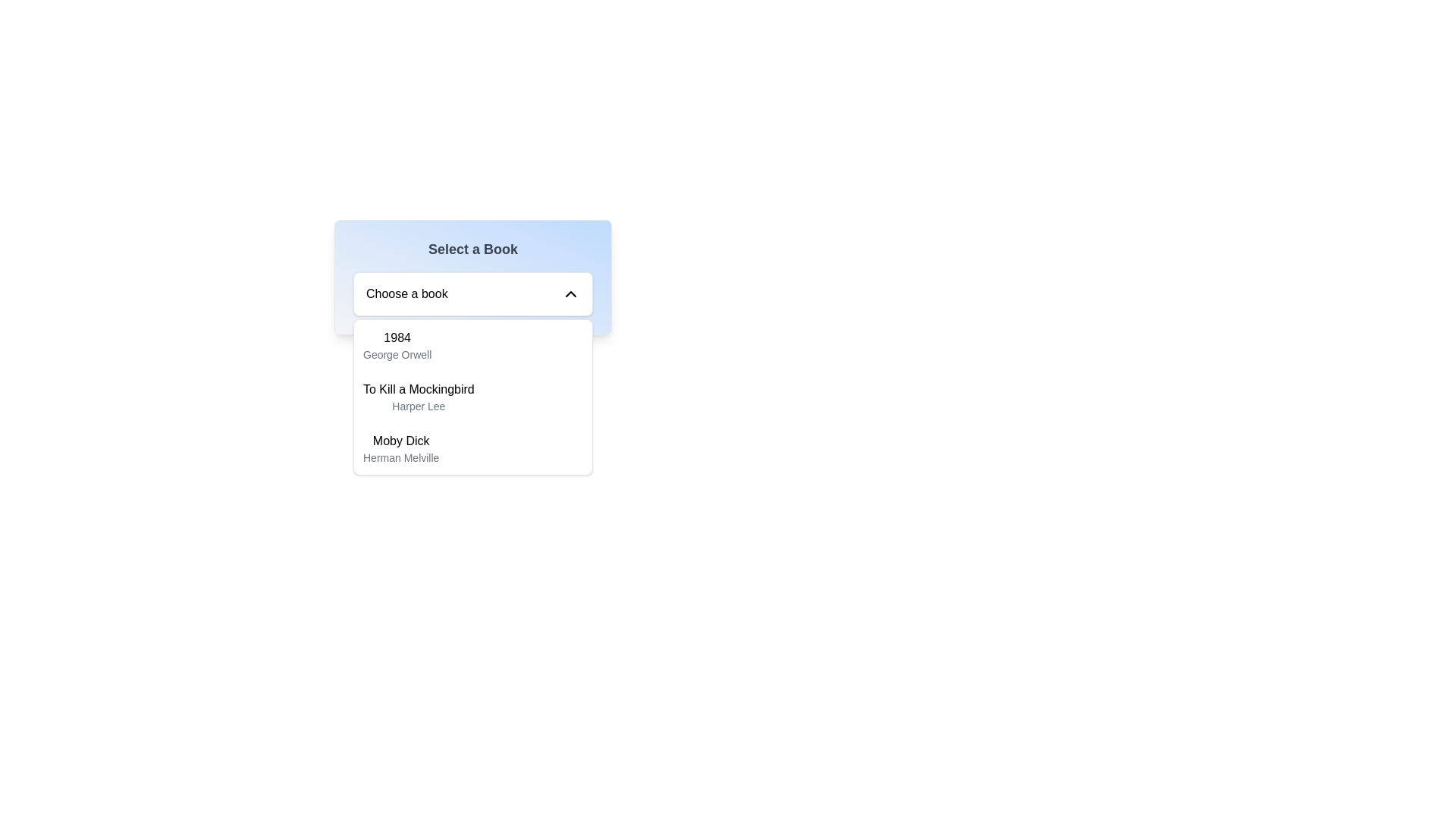  What do you see at coordinates (401, 441) in the screenshot?
I see `the text label displaying 'Moby Dick' in a medium font weight` at bounding box center [401, 441].